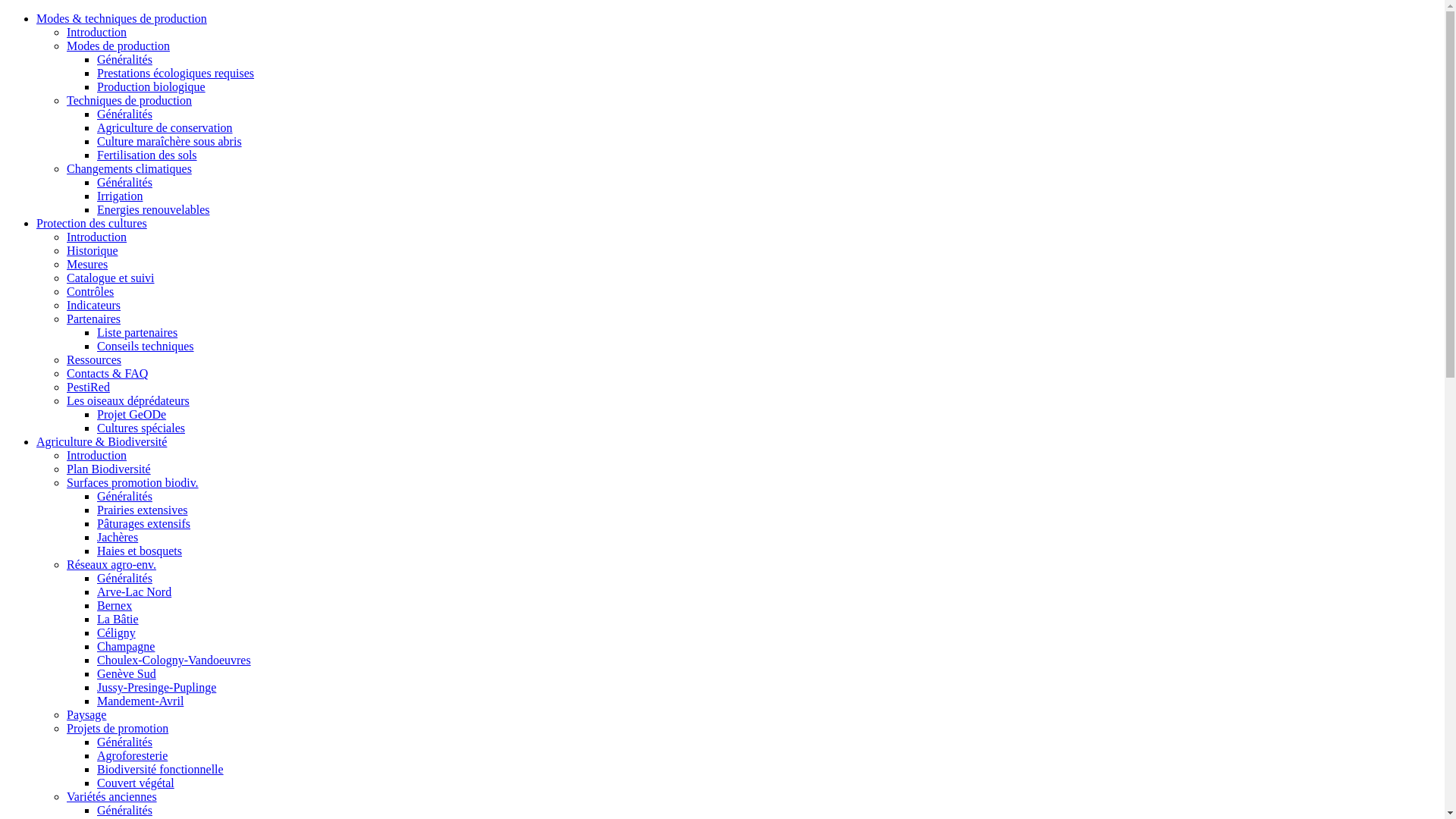  Describe the element at coordinates (96, 155) in the screenshot. I see `'Fertilisation des sols'` at that location.